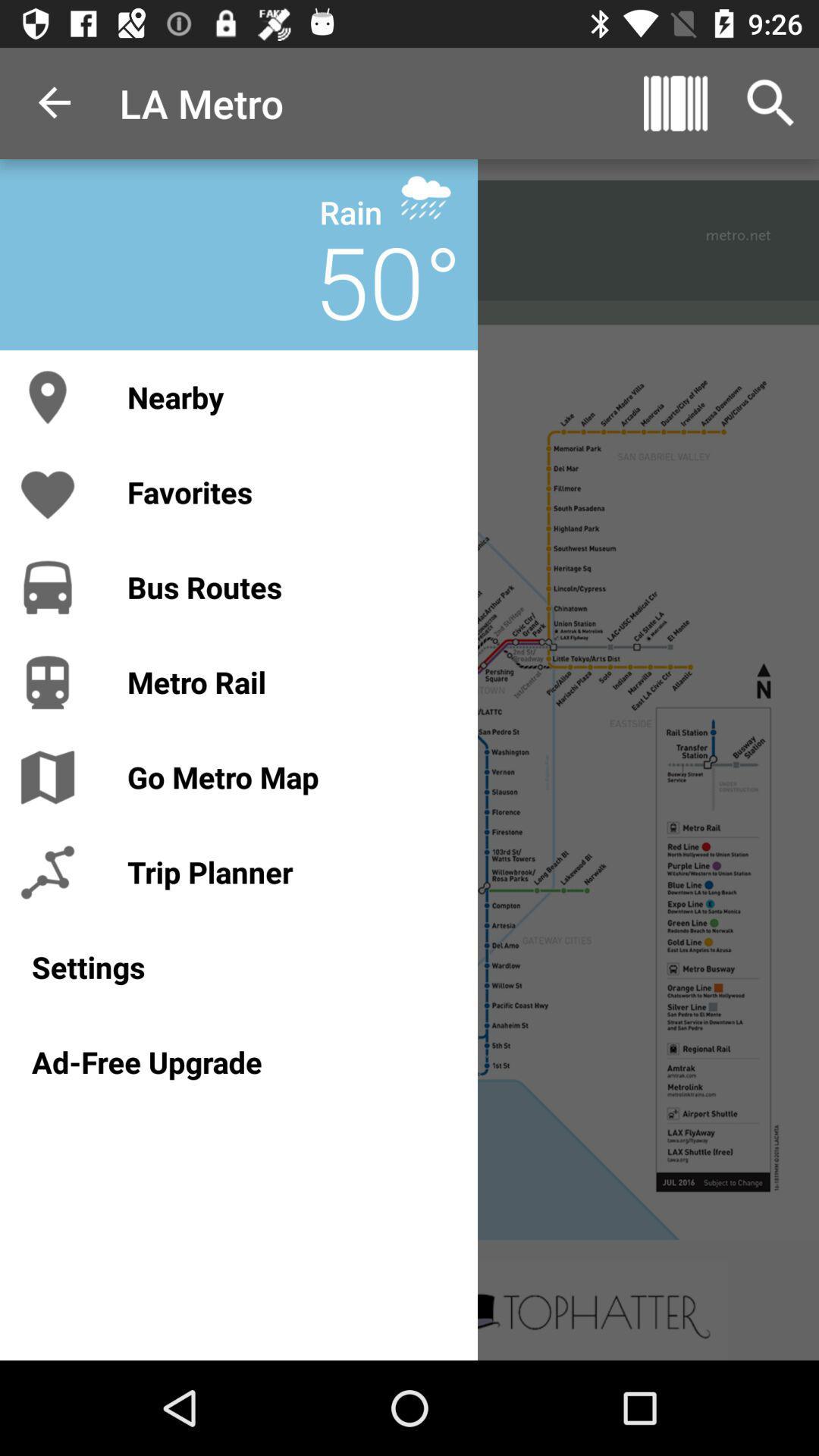 The height and width of the screenshot is (1456, 819). Describe the element at coordinates (287, 681) in the screenshot. I see `metro rail` at that location.